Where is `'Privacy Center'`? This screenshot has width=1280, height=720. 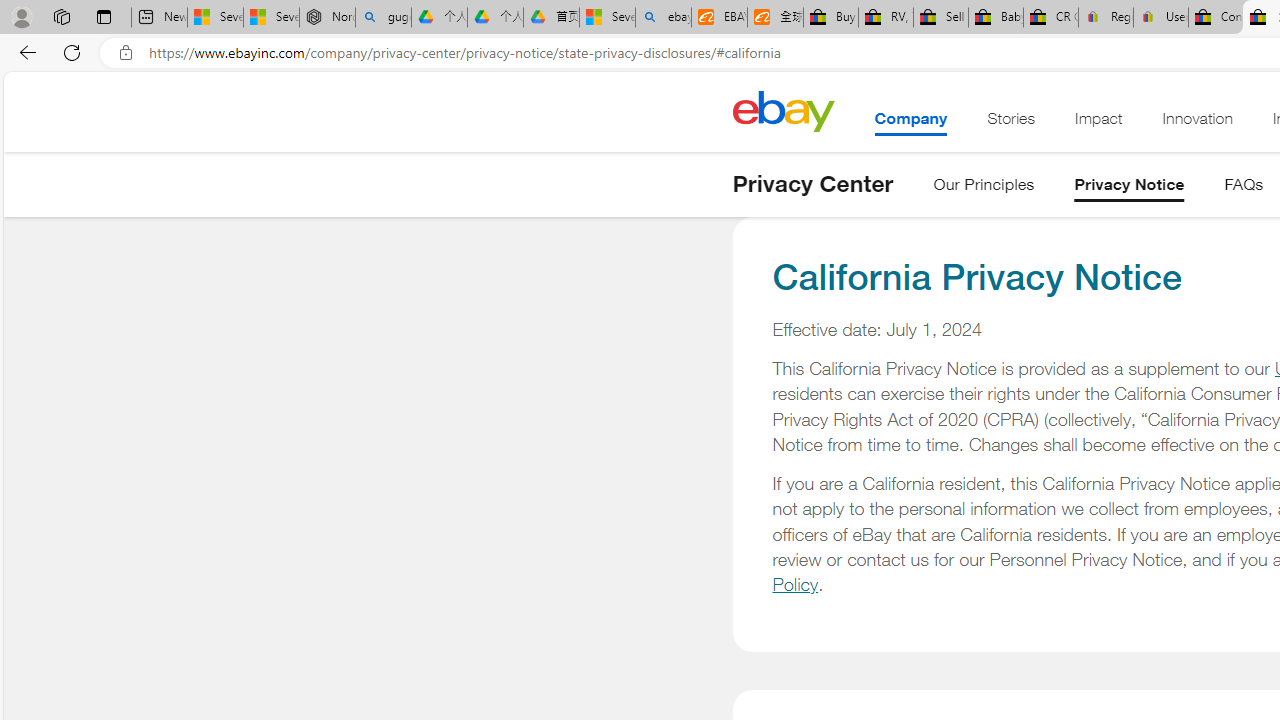 'Privacy Center' is located at coordinates (812, 183).